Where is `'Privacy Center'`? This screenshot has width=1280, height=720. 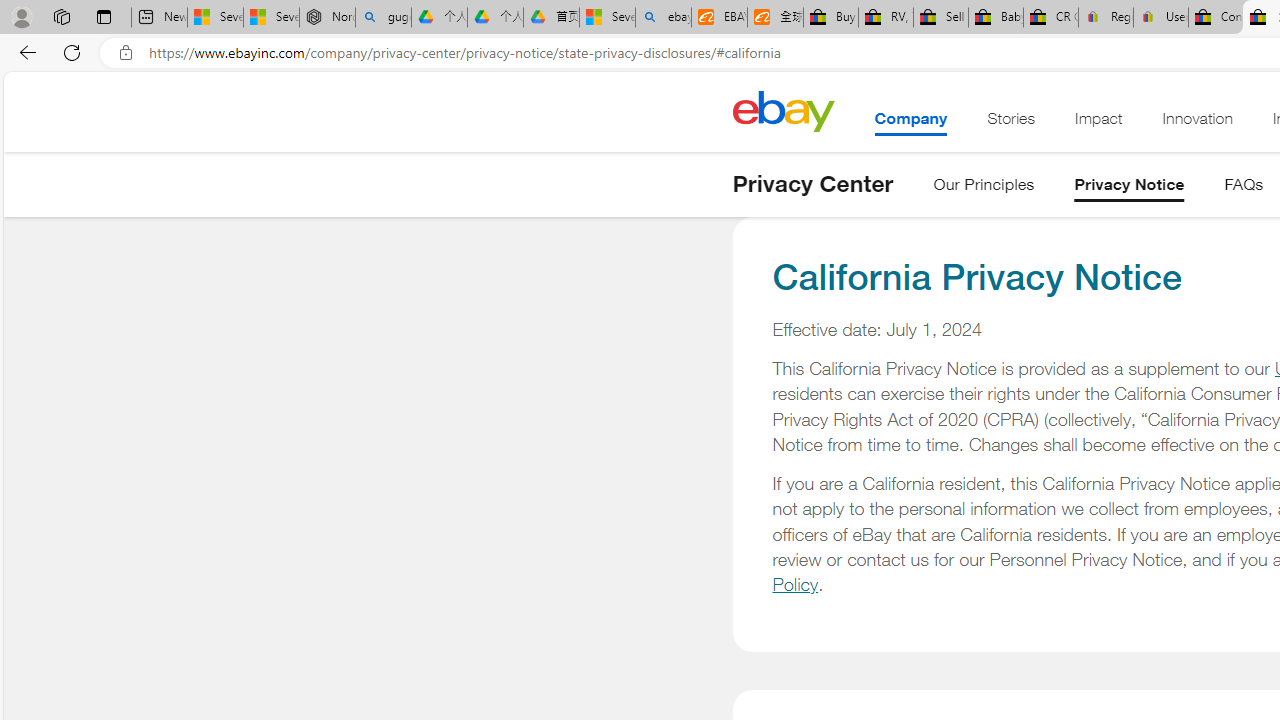 'Privacy Center' is located at coordinates (812, 183).